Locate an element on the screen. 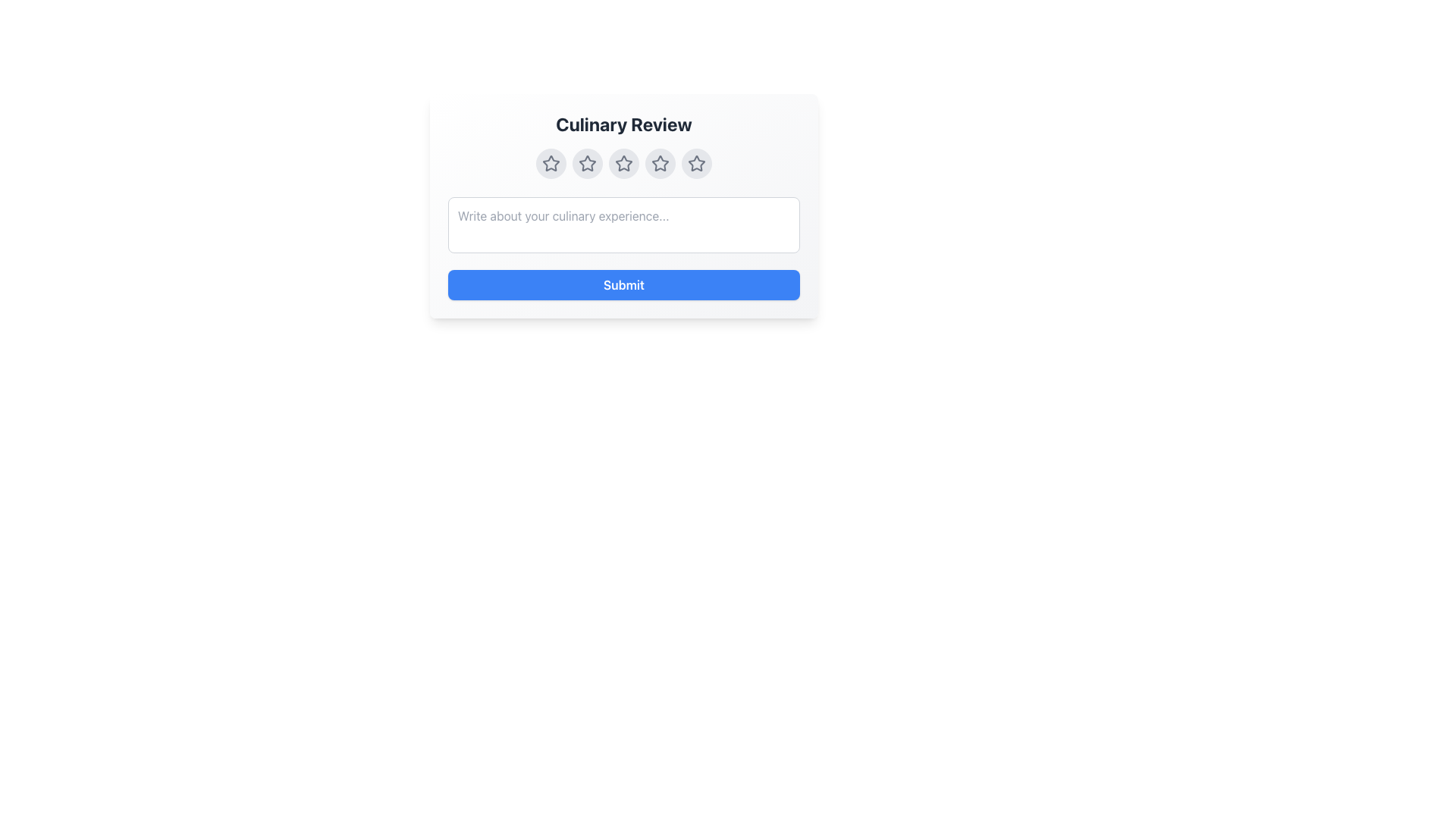 This screenshot has height=819, width=1456. the circular button with a gray background and outlined star icon, which is the third rating button from the left under the heading 'Culinary Review' is located at coordinates (623, 164).